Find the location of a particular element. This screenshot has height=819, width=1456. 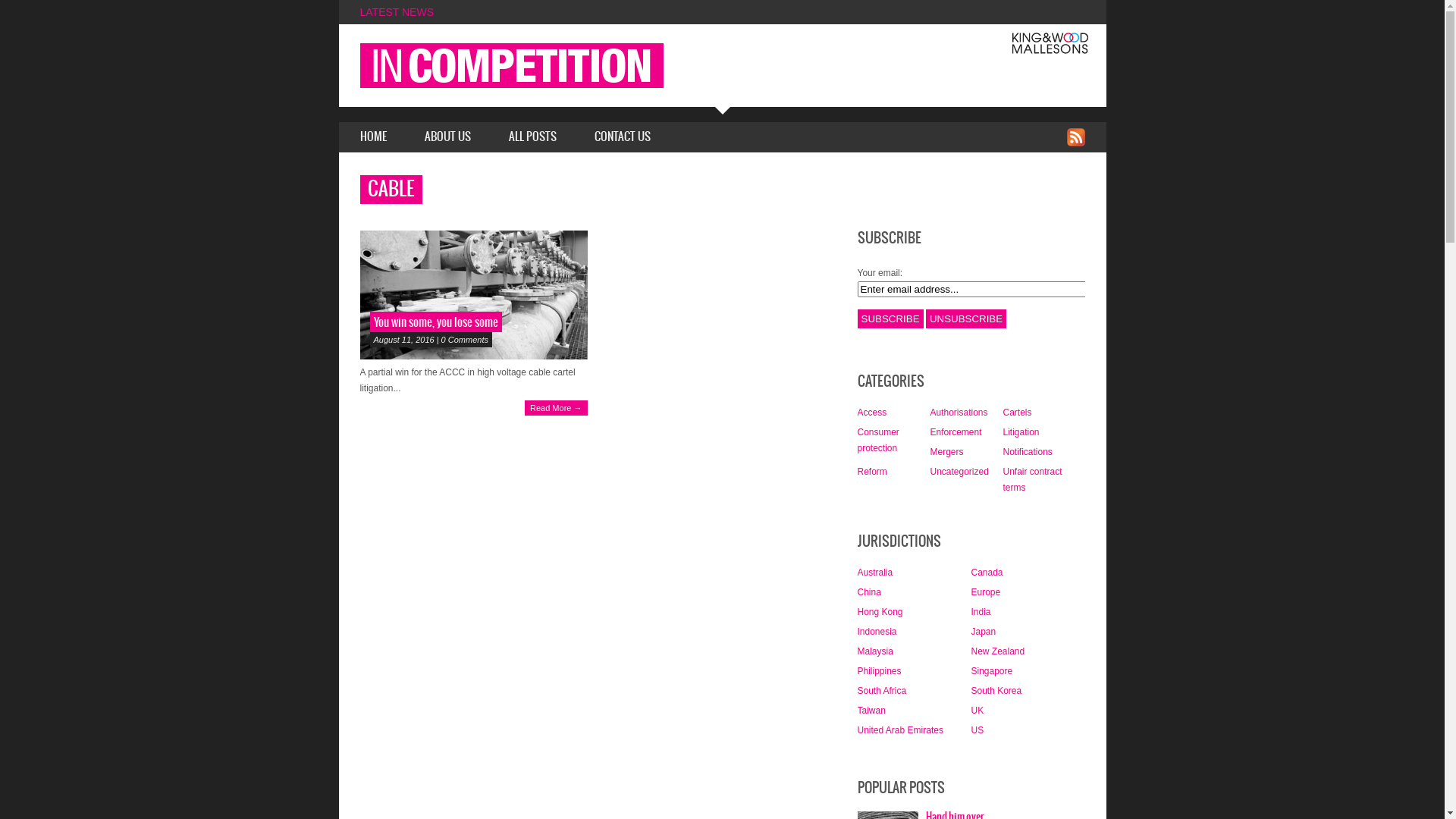

'Consumer protection' is located at coordinates (877, 440).